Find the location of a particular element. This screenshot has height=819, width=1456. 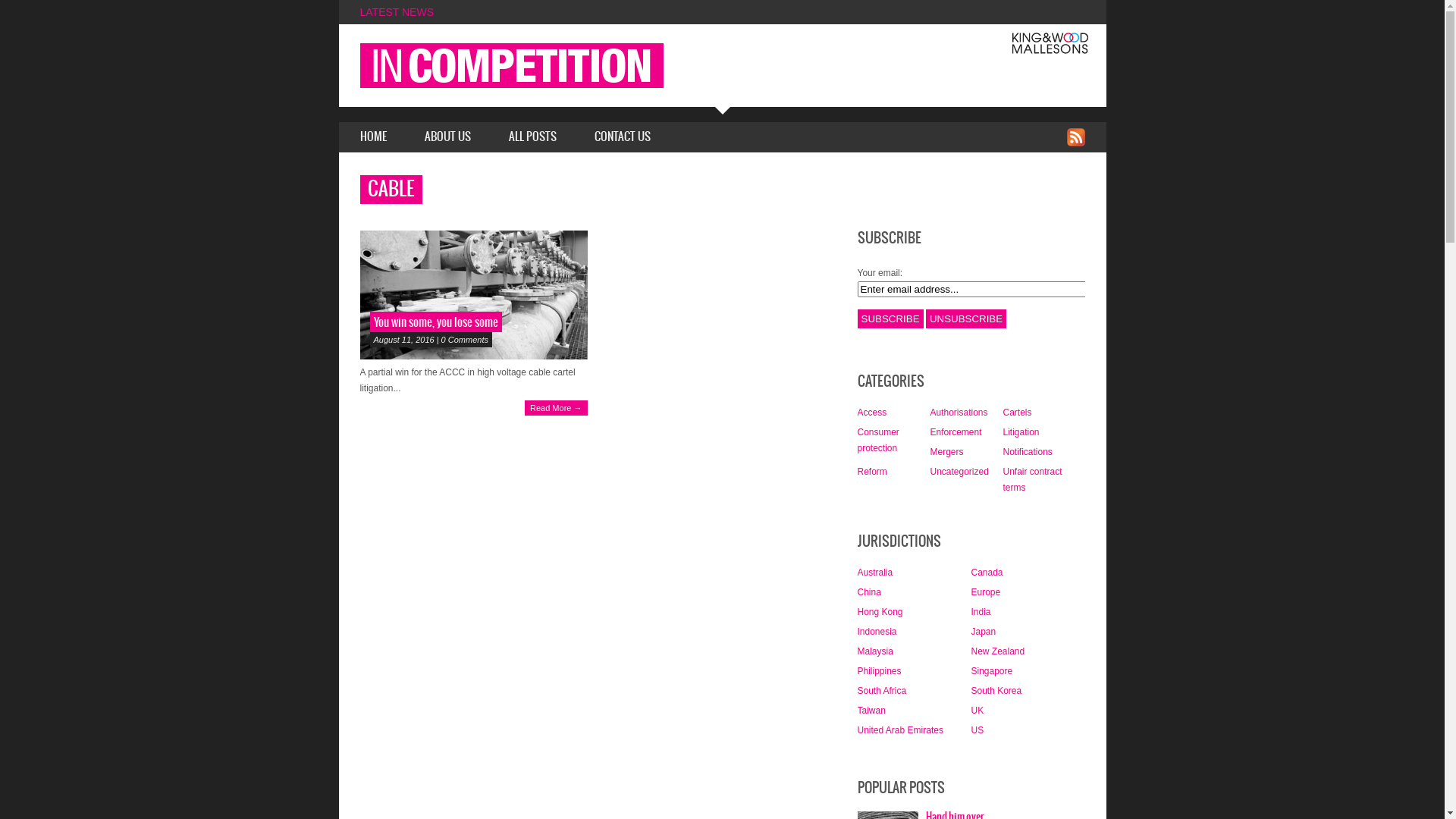

'Consumer protection' is located at coordinates (877, 440).